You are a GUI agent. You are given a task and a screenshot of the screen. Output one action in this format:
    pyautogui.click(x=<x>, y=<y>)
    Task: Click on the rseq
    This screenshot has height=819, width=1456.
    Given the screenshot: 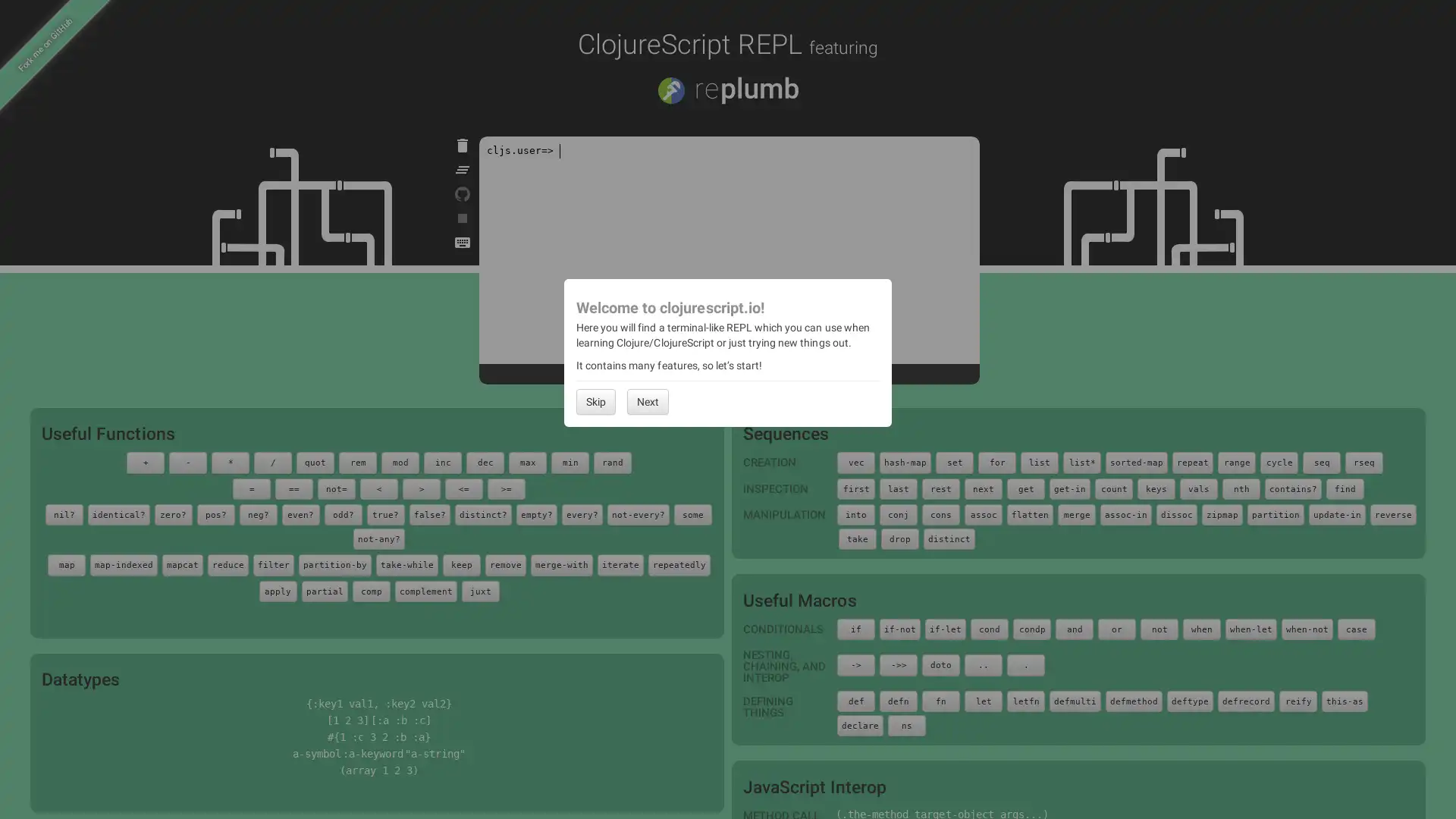 What is the action you would take?
    pyautogui.click(x=1364, y=461)
    